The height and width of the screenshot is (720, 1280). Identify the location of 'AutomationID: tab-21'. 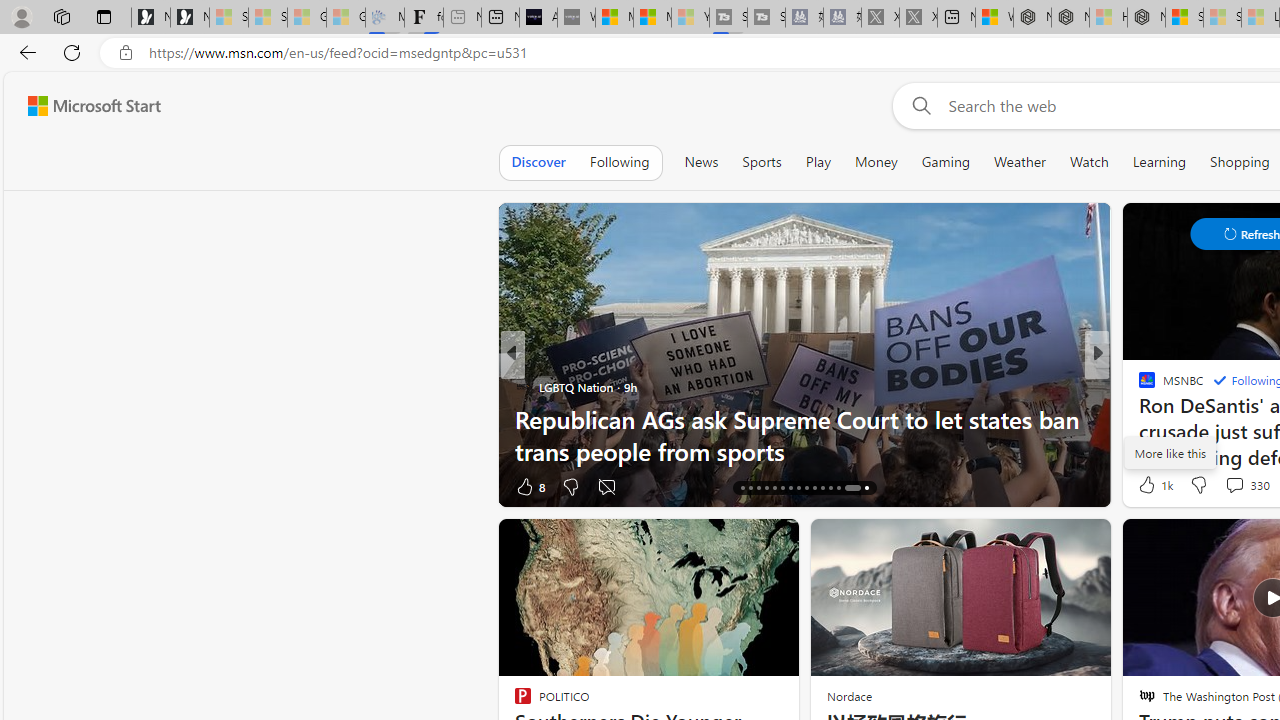
(781, 488).